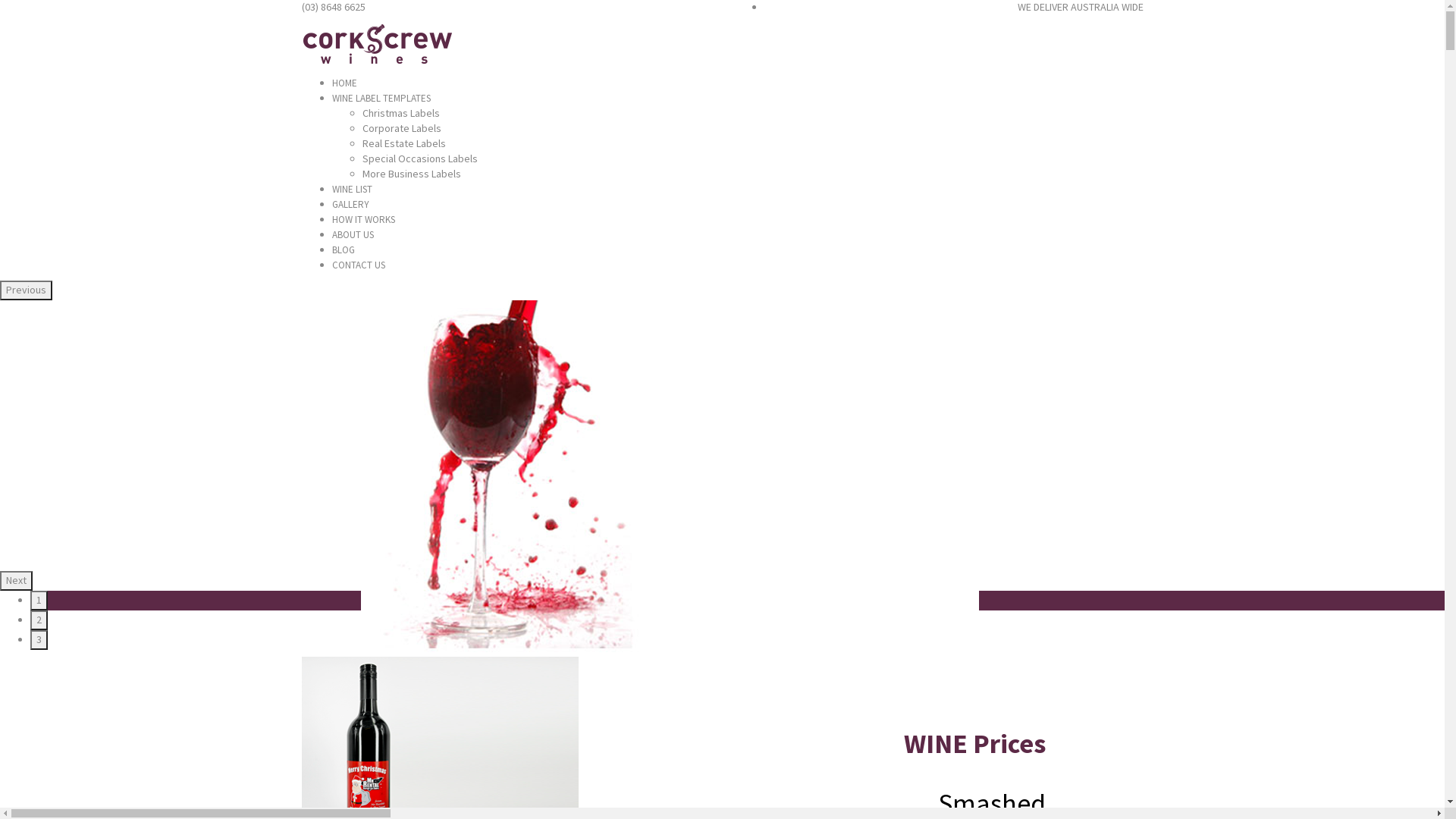 The image size is (1456, 819). I want to click on 'Next', so click(16, 580).